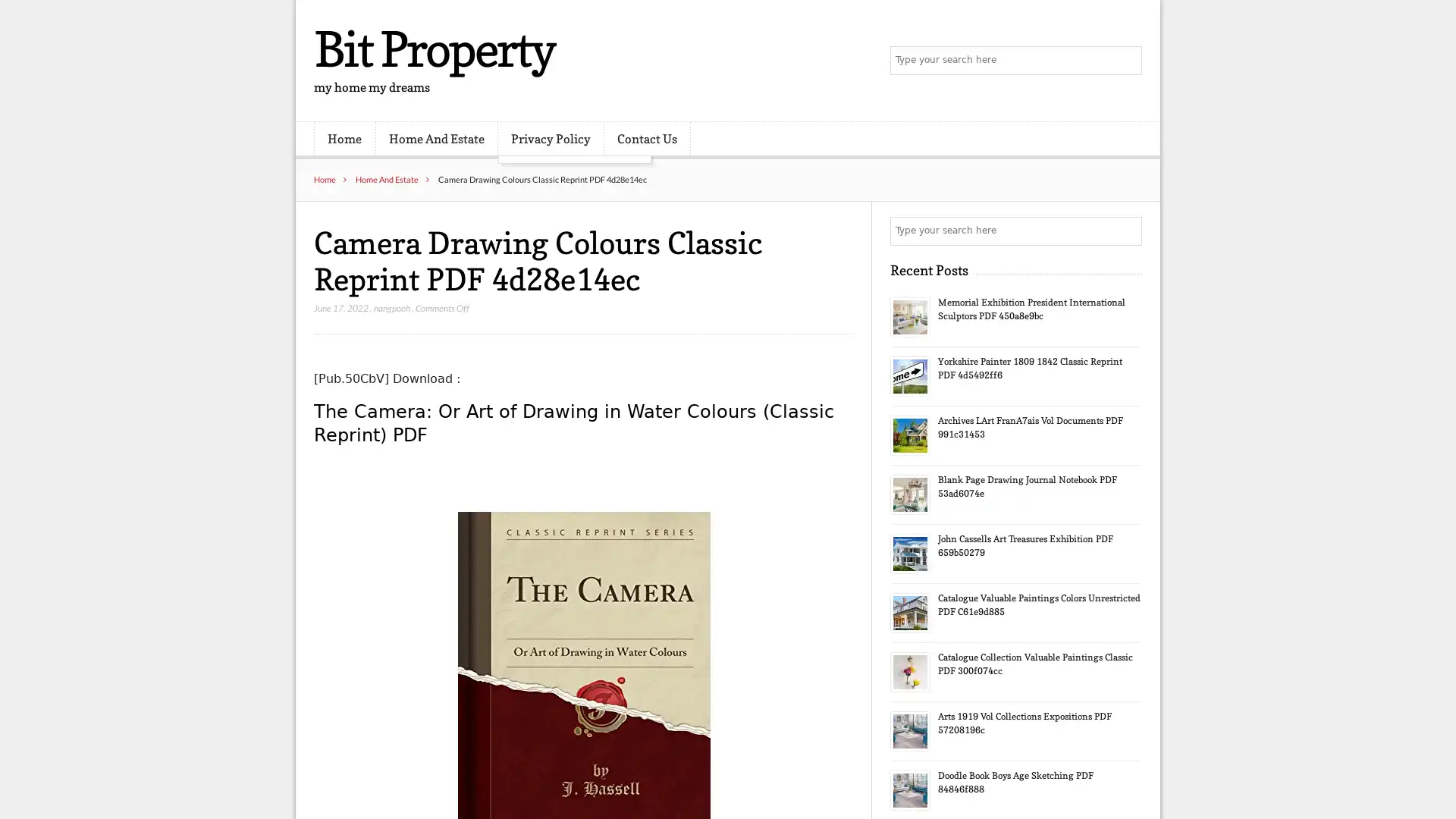  Describe the element at coordinates (1126, 61) in the screenshot. I see `Search` at that location.